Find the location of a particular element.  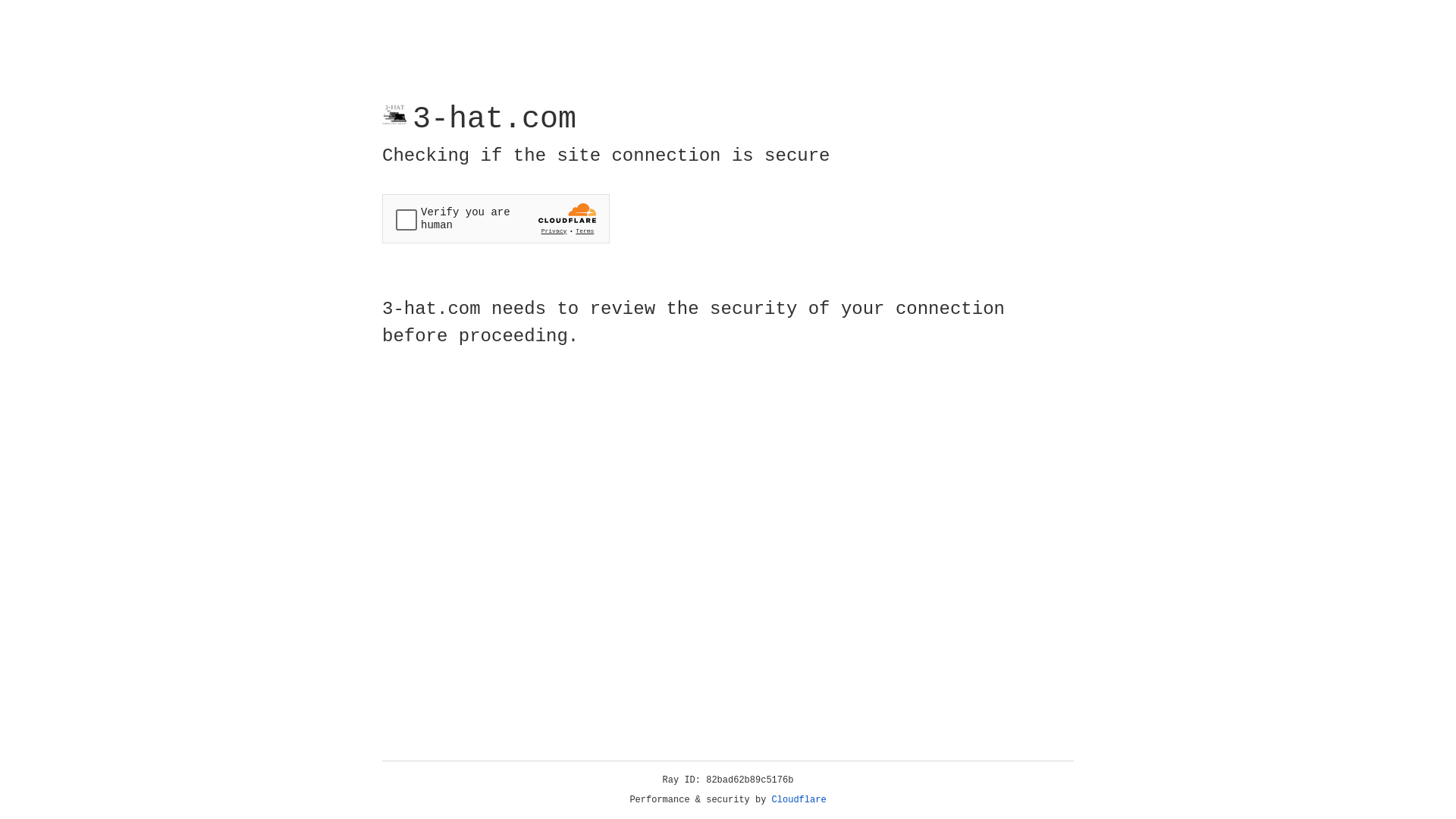

'Widget containing a Cloudflare security challenge' is located at coordinates (495, 218).